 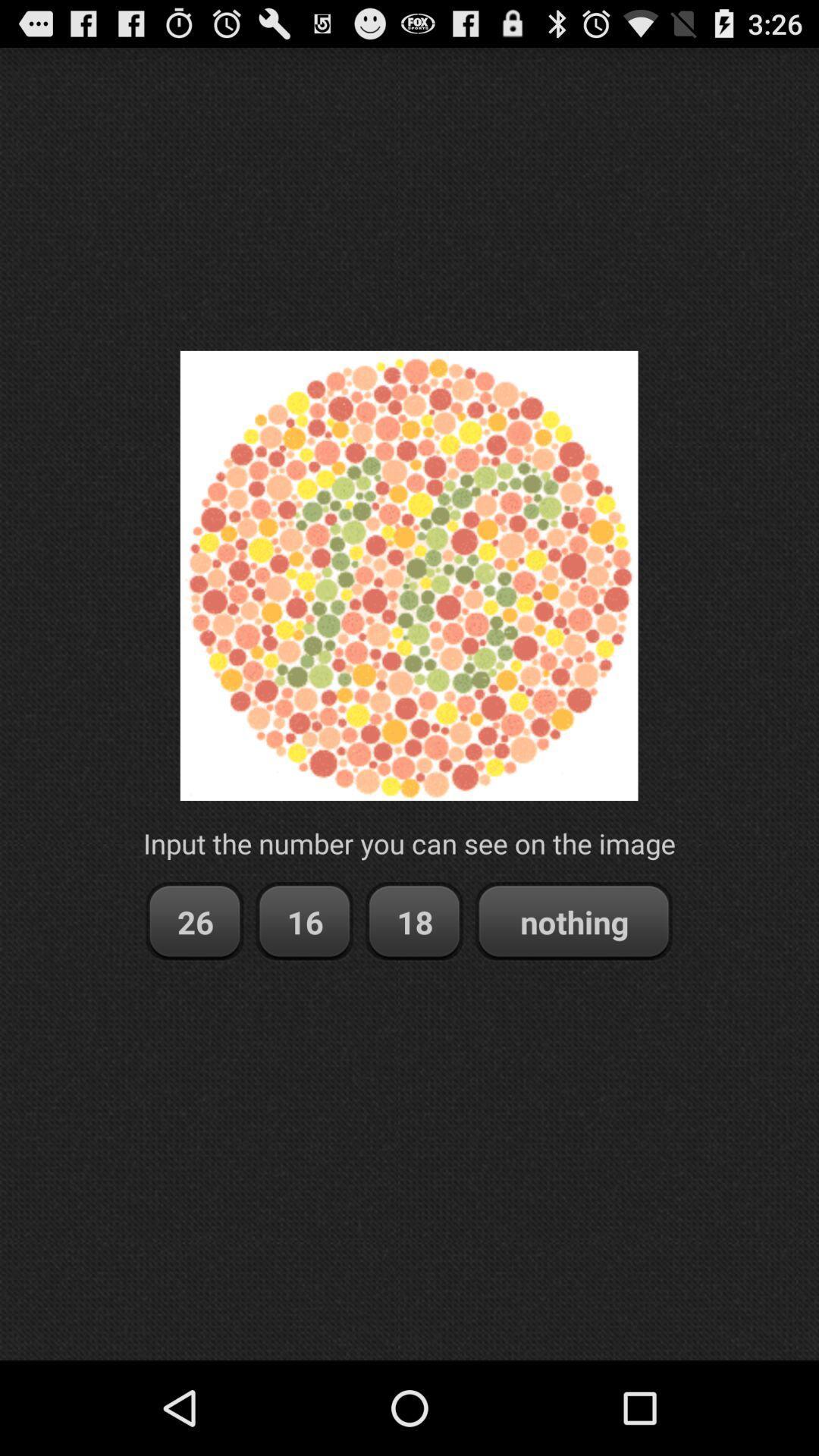 What do you see at coordinates (193, 921) in the screenshot?
I see `item next to the 16` at bounding box center [193, 921].